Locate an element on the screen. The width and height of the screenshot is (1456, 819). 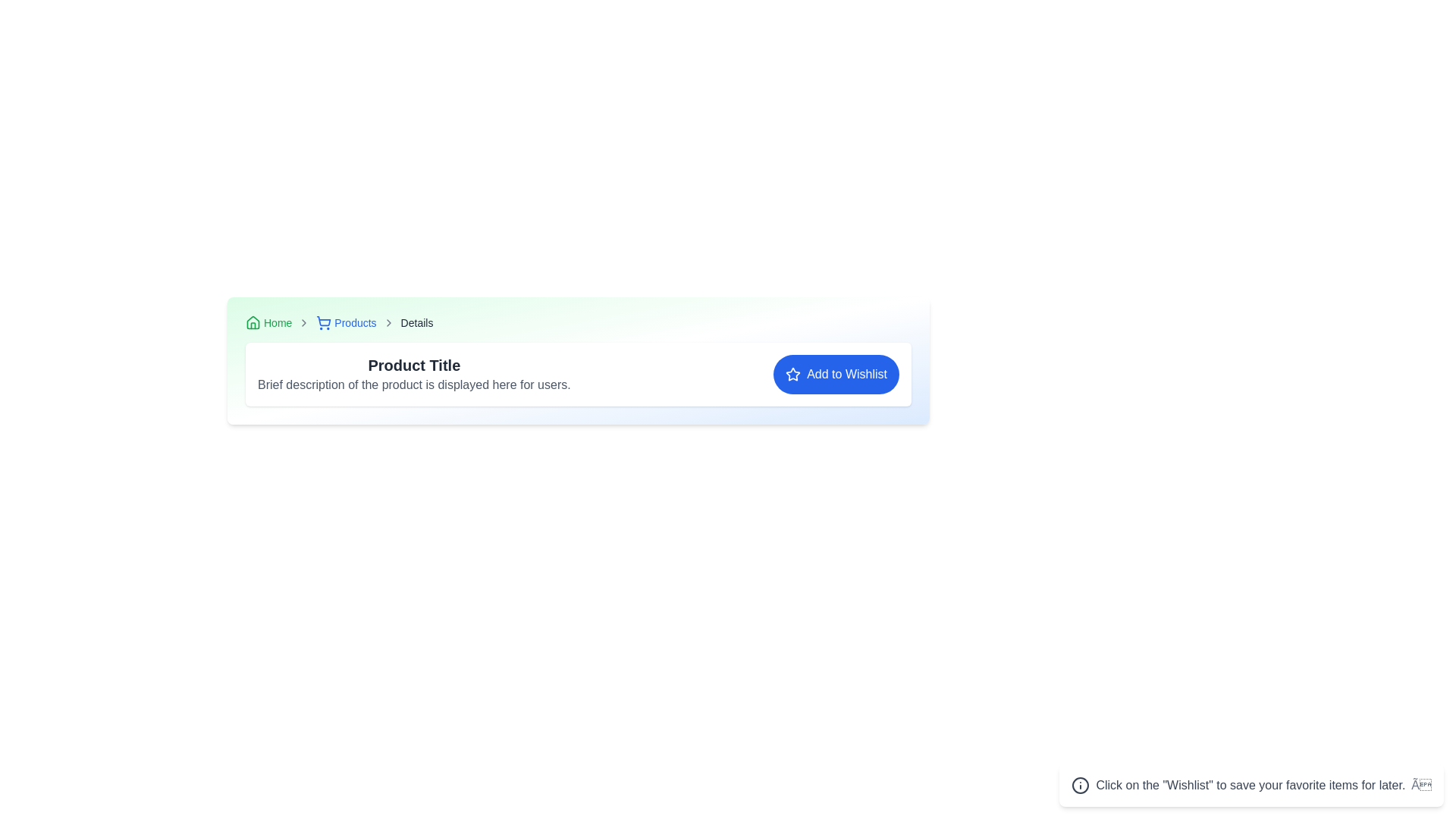
the 'Home' hyperlink with a house-shaped icon is located at coordinates (268, 322).